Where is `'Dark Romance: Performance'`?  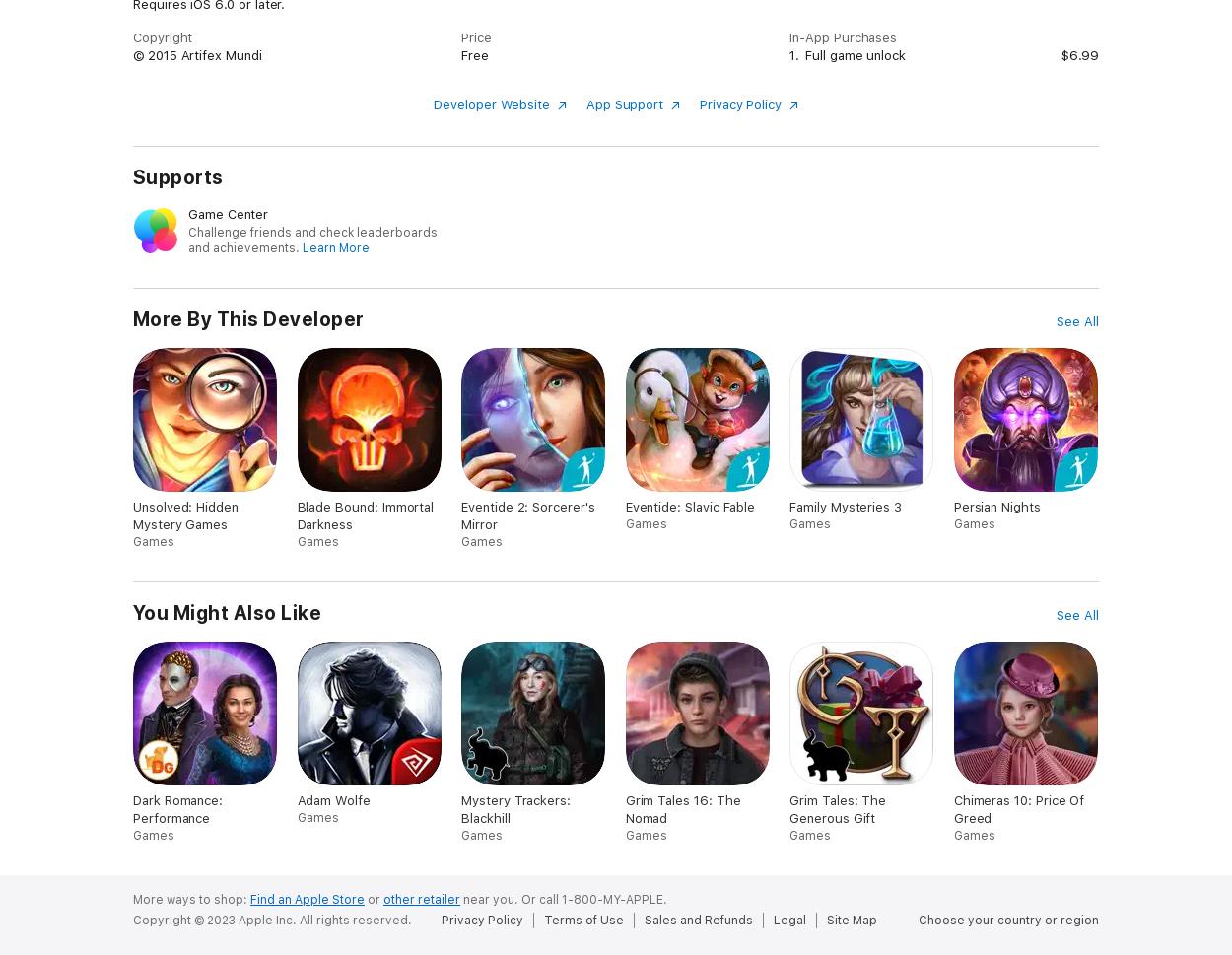 'Dark Romance: Performance' is located at coordinates (177, 808).